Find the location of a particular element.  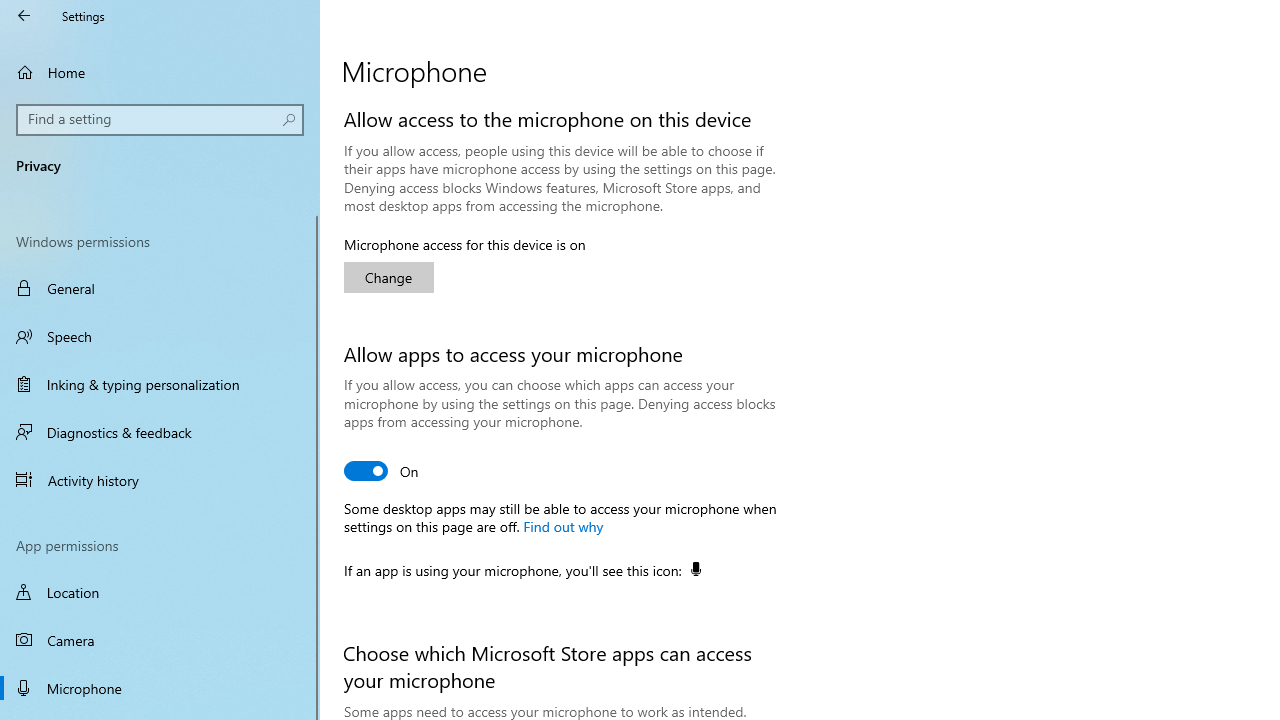

'Microphone' is located at coordinates (160, 686).